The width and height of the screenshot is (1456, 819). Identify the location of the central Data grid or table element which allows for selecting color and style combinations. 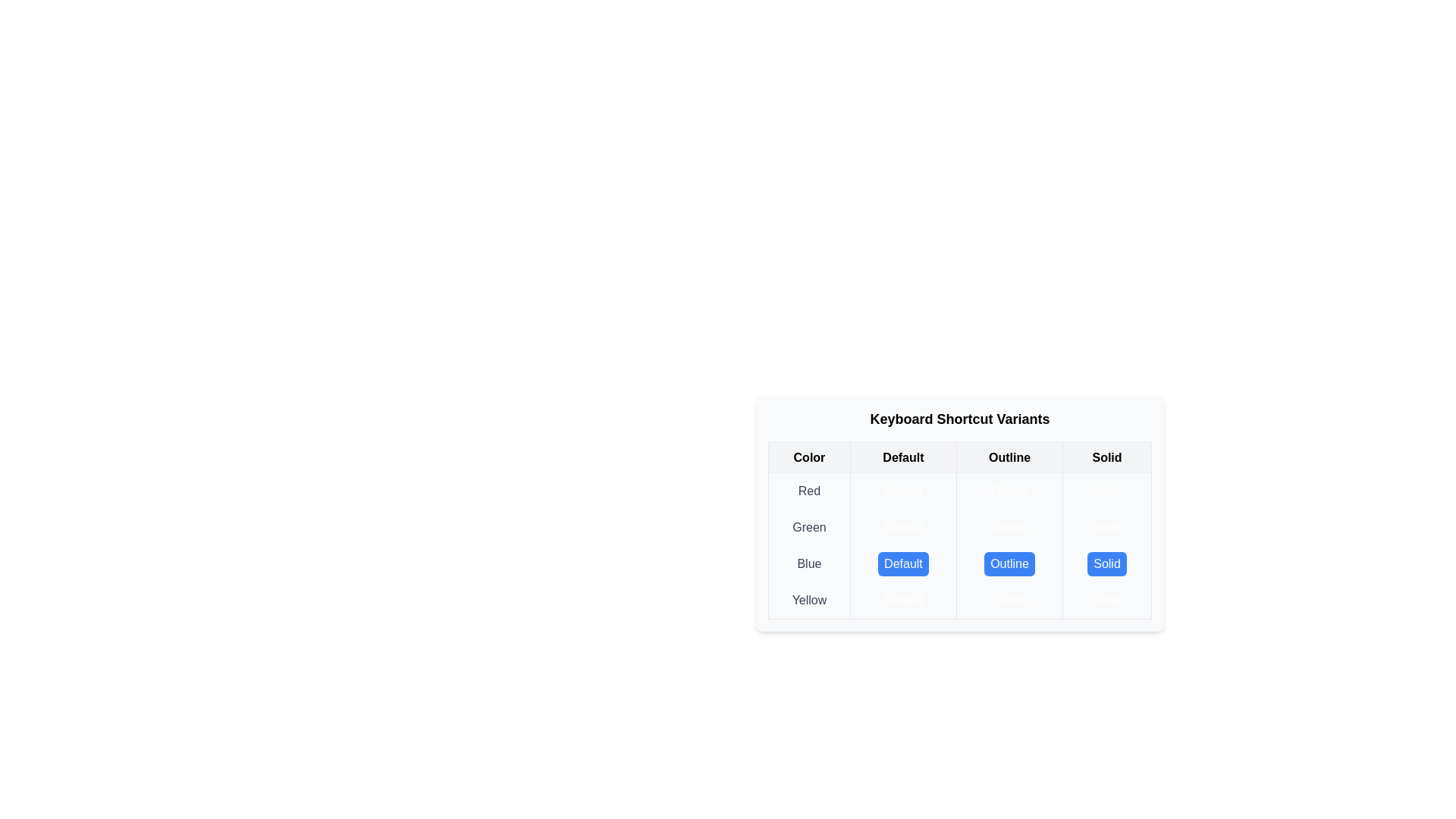
(959, 546).